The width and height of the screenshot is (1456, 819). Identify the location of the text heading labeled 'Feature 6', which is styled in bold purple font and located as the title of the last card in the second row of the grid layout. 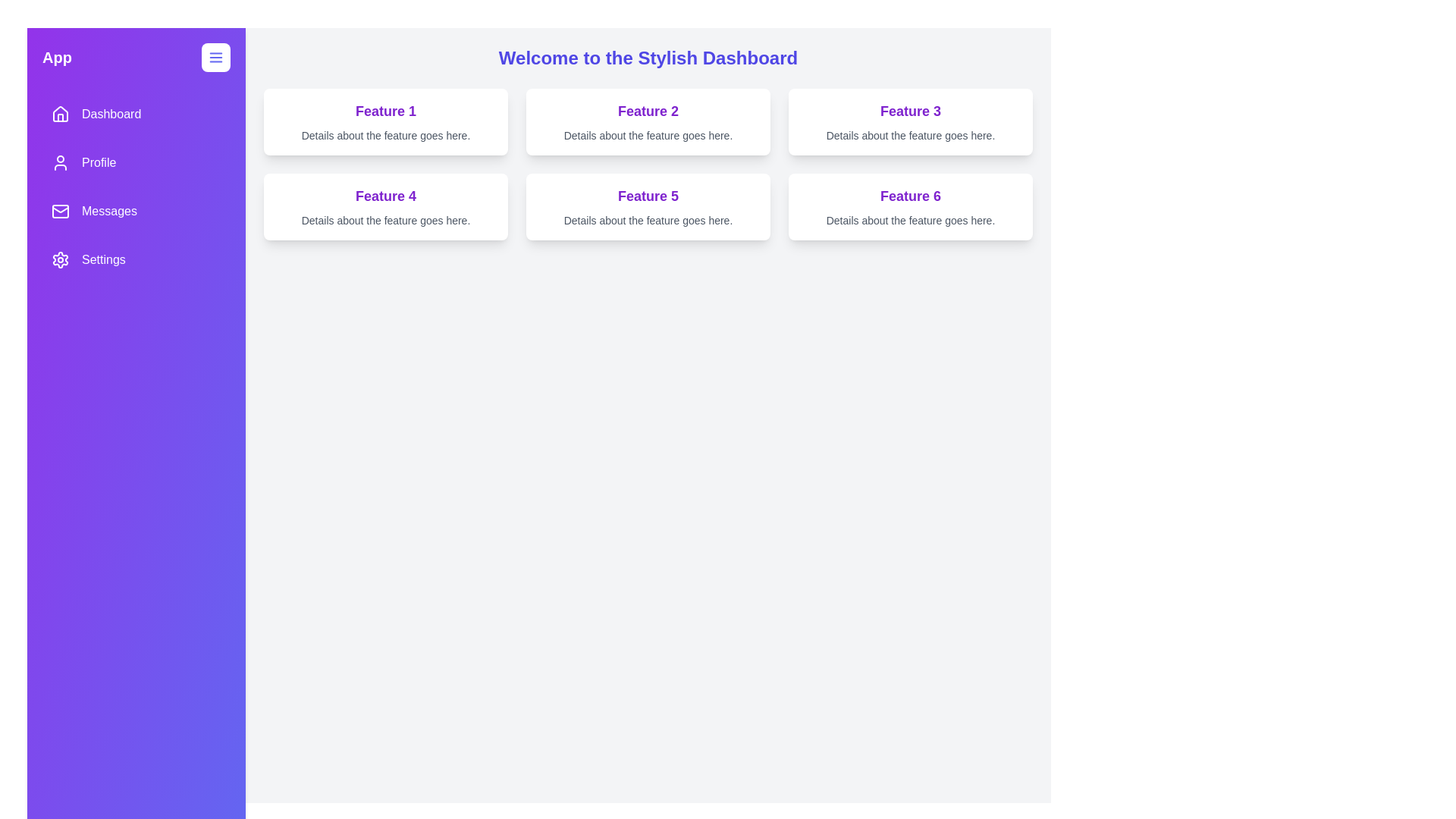
(910, 195).